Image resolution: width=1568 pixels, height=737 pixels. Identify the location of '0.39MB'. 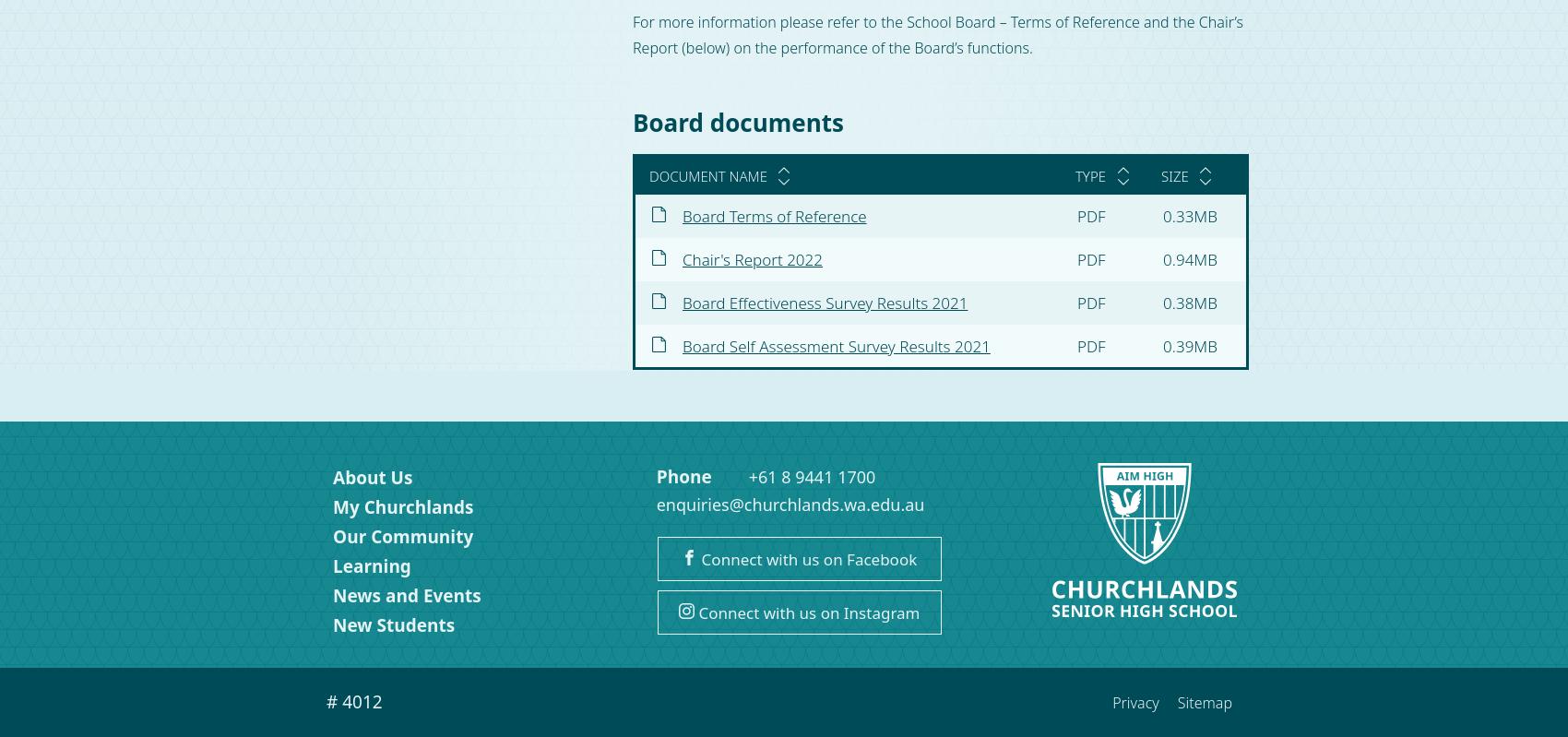
(1189, 345).